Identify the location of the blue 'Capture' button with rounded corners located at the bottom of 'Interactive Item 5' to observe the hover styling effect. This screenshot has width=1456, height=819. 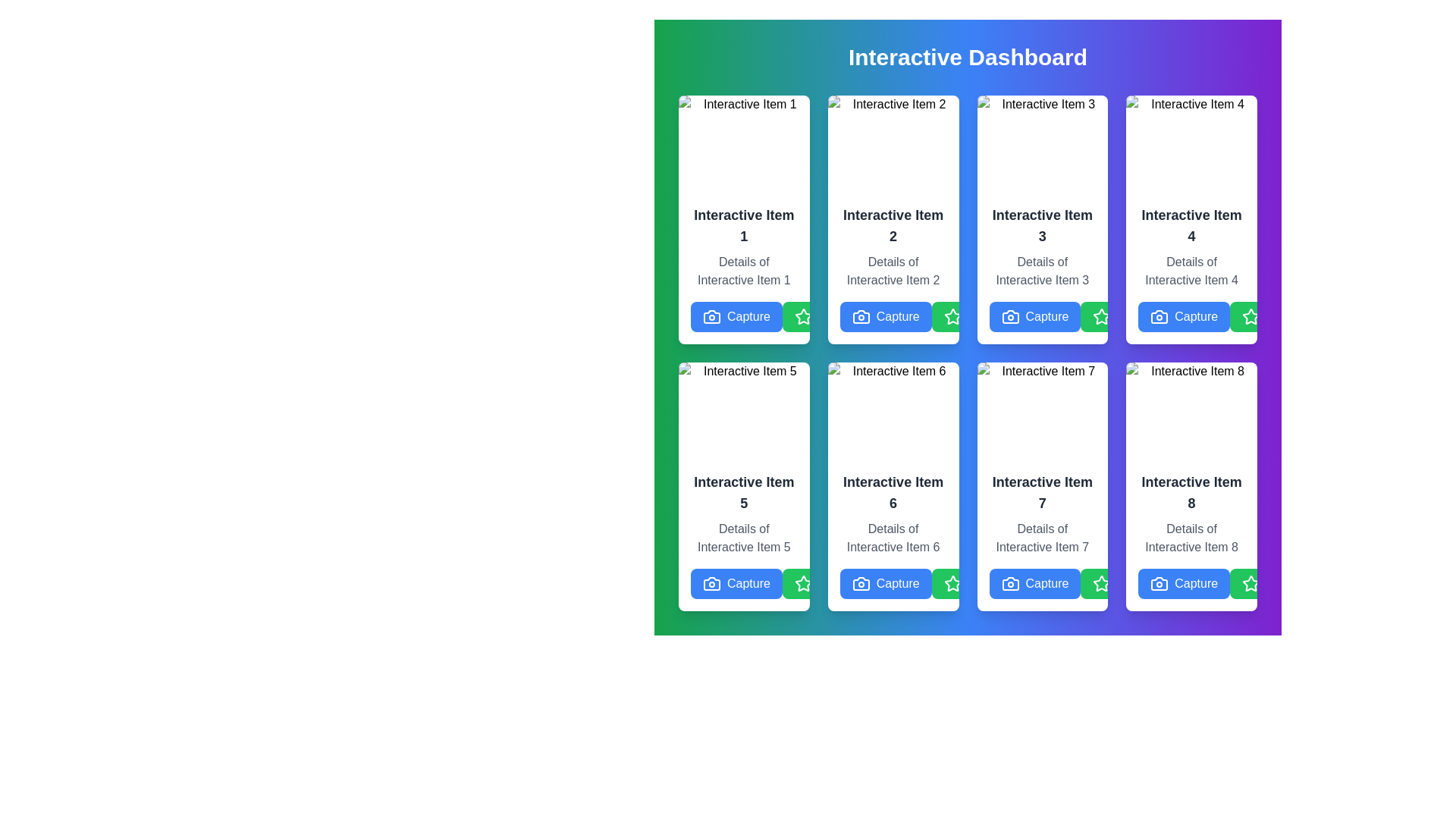
(736, 583).